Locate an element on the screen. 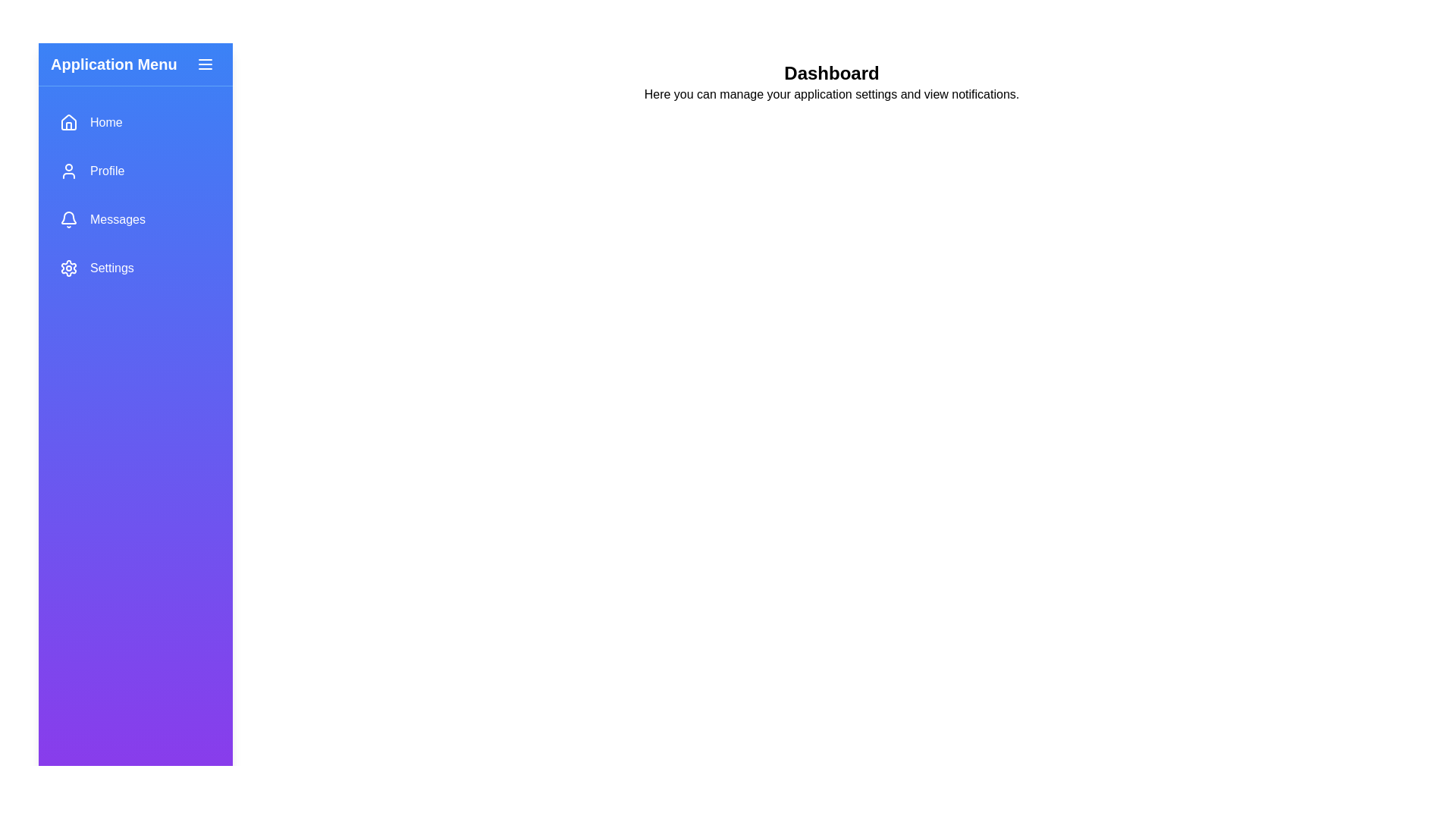 The height and width of the screenshot is (819, 1456). the 'Messages' menu item, which is the third option in the vertical navigation bar, to trigger a hover effect is located at coordinates (135, 219).